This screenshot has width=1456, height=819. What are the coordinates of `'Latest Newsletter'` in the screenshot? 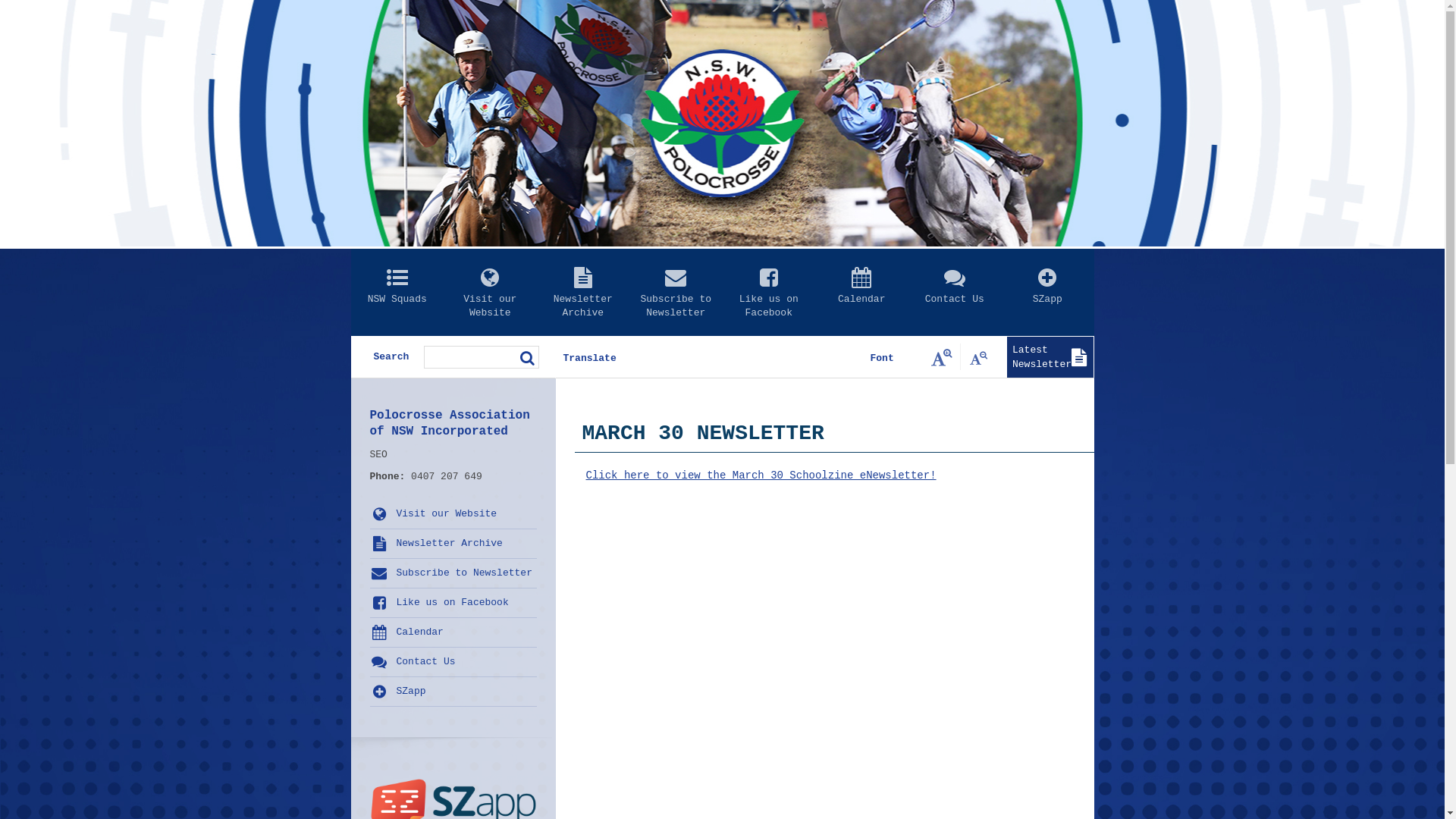 It's located at (1050, 357).